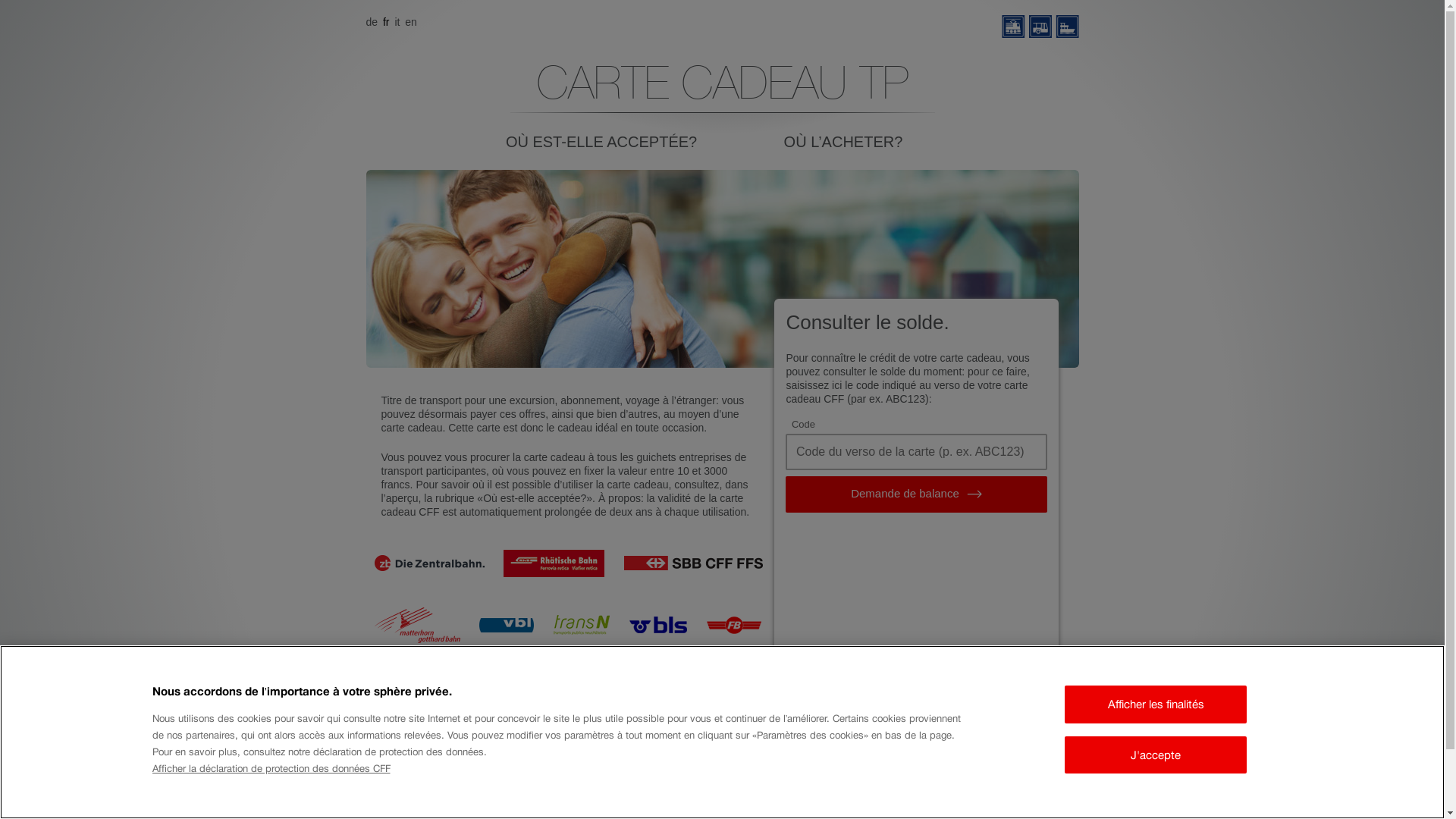 The width and height of the screenshot is (1456, 819). Describe the element at coordinates (411, 22) in the screenshot. I see `'en'` at that location.